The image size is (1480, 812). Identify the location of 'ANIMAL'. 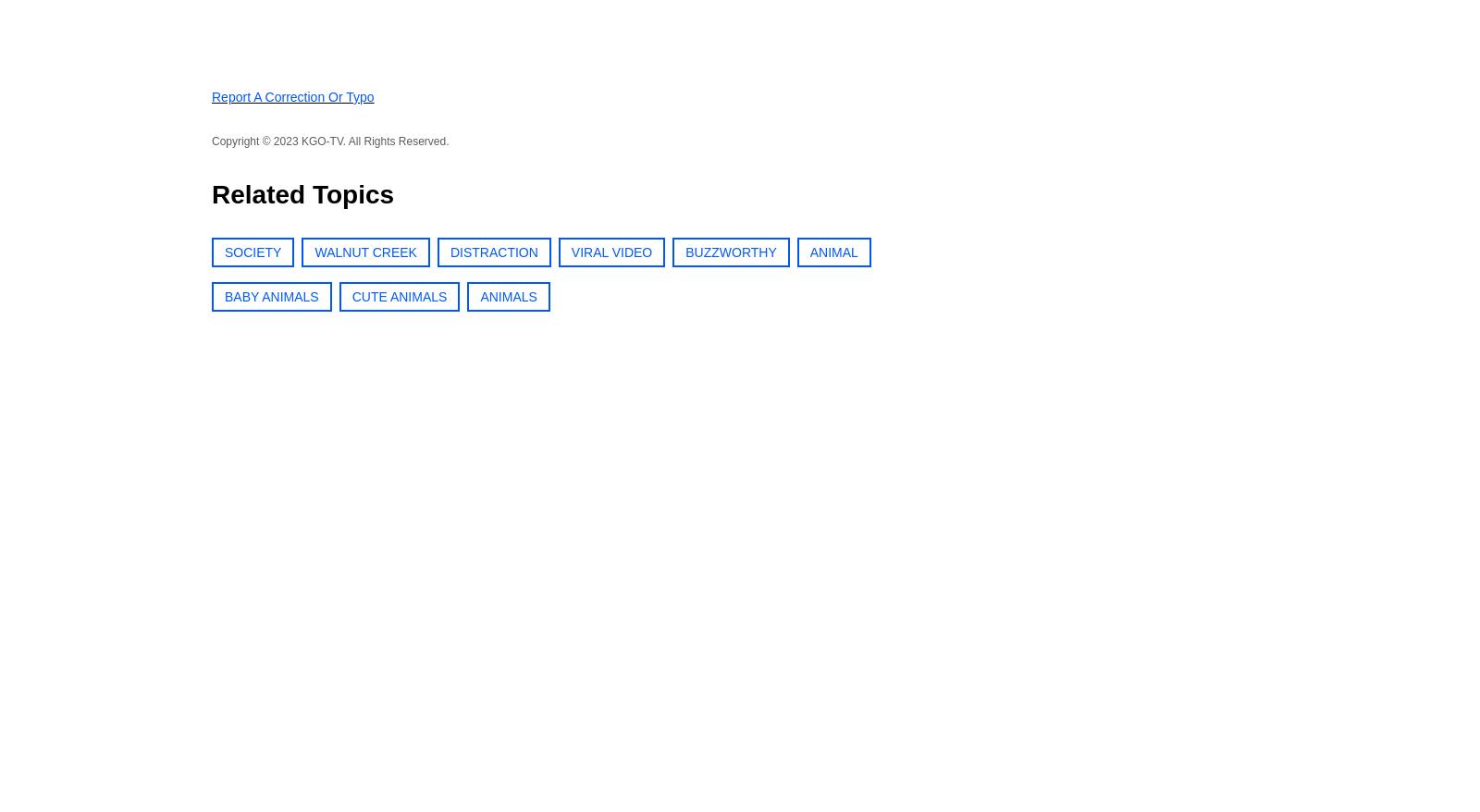
(832, 251).